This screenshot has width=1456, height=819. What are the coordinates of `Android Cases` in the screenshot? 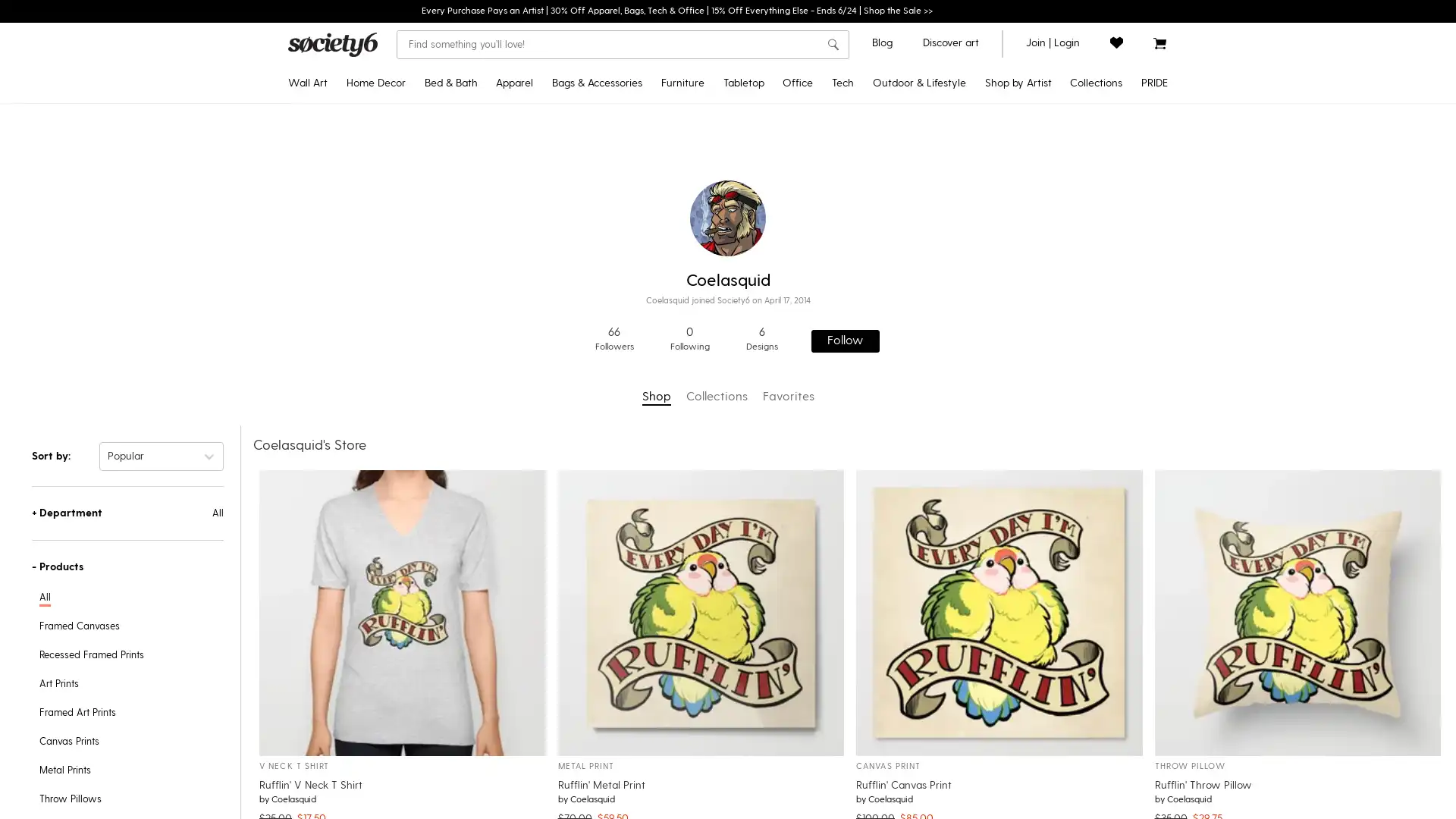 It's located at (896, 146).